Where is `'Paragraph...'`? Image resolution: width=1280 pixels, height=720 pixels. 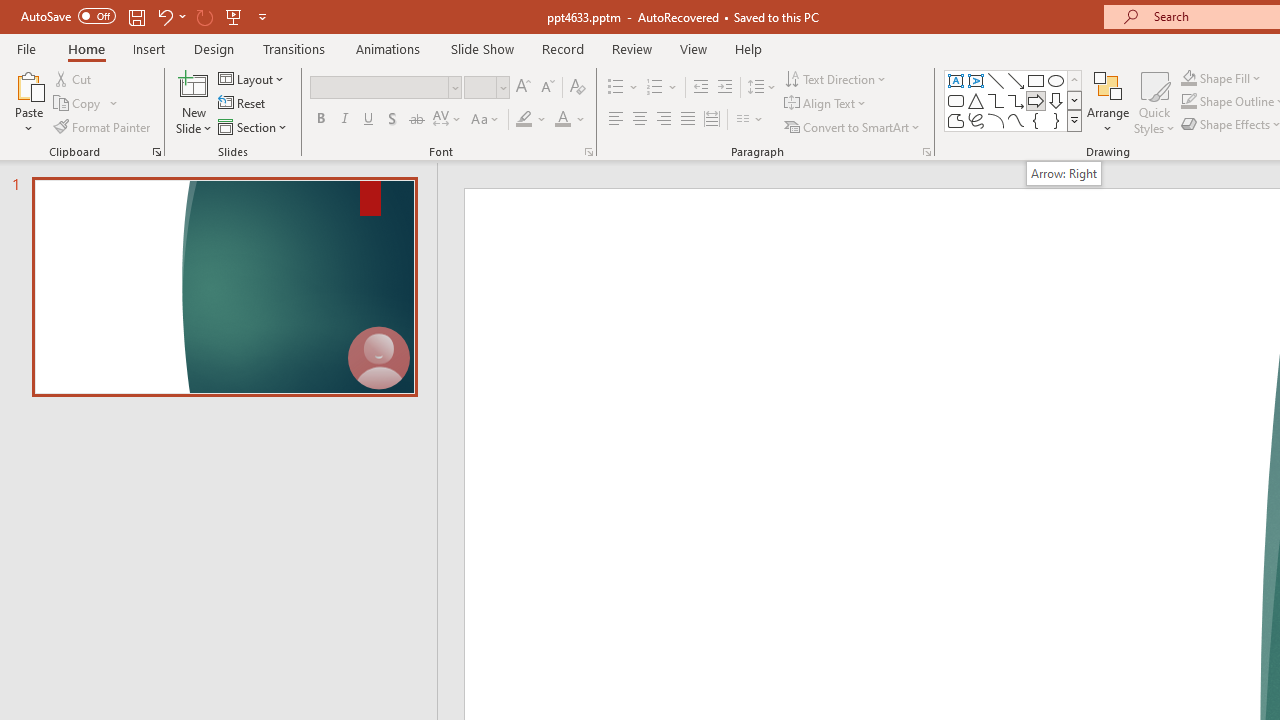 'Paragraph...' is located at coordinates (925, 150).